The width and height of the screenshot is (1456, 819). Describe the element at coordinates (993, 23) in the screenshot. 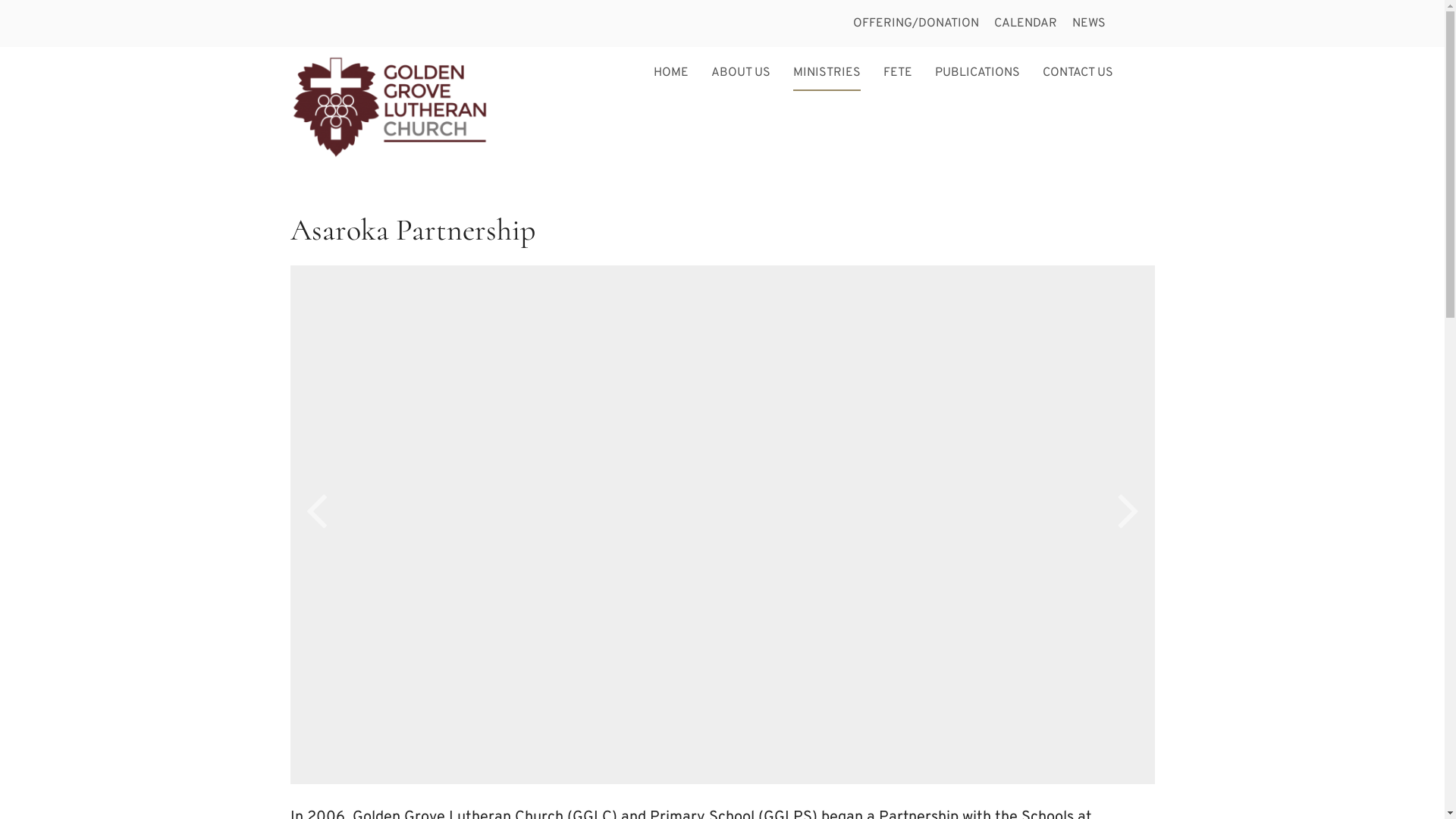

I see `'CALENDAR'` at that location.